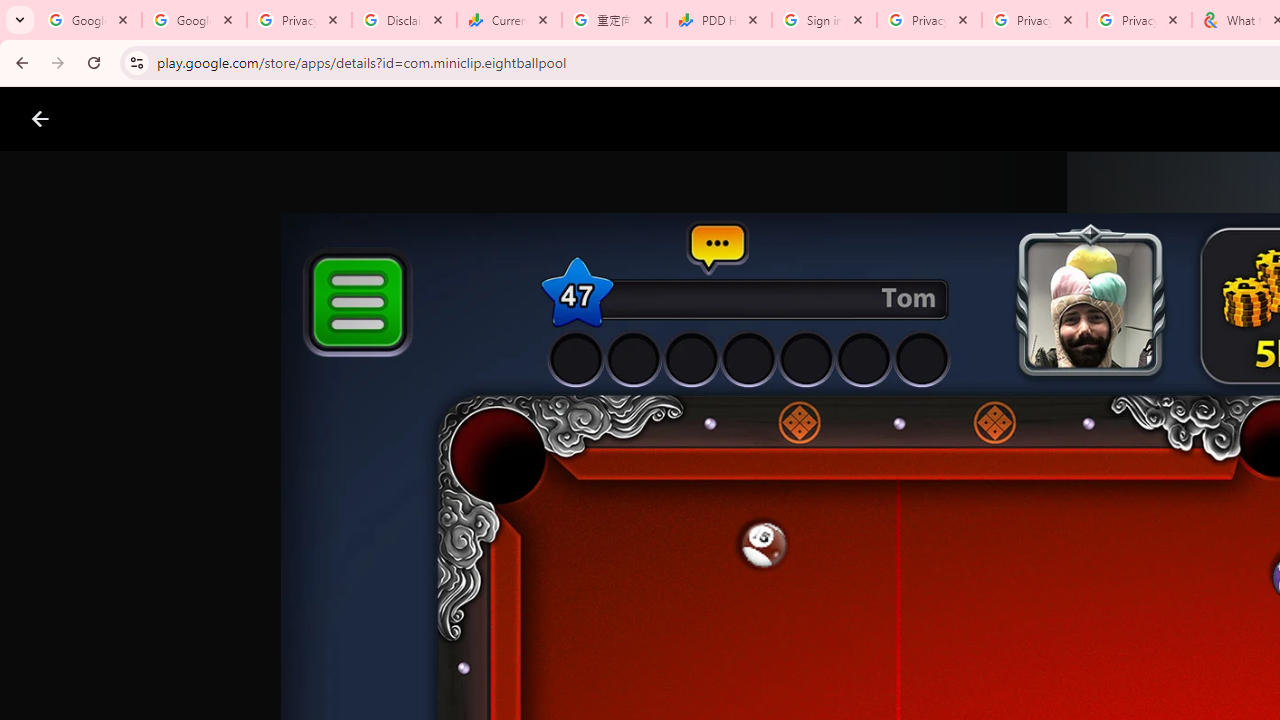 The width and height of the screenshot is (1280, 720). What do you see at coordinates (719, 20) in the screenshot?
I see `'PDD Holdings Inc - ADR (PDD) Price & News - Google Finance'` at bounding box center [719, 20].